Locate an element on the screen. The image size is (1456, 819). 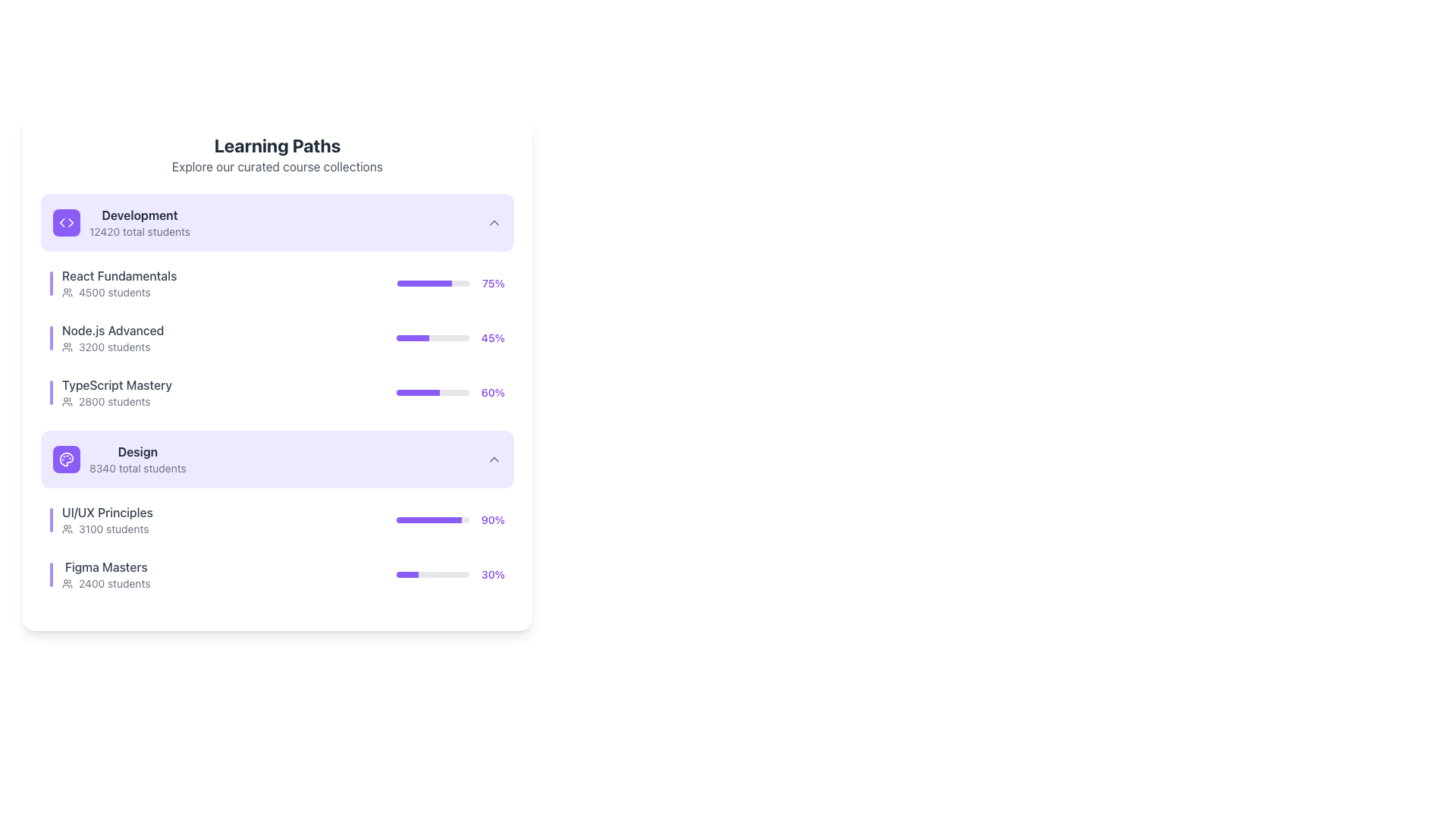
the stylized icon depicting a group of people, which is located to the left of the text '3100 students' in the UI/UX Principles section under the Design category is located at coordinates (67, 529).